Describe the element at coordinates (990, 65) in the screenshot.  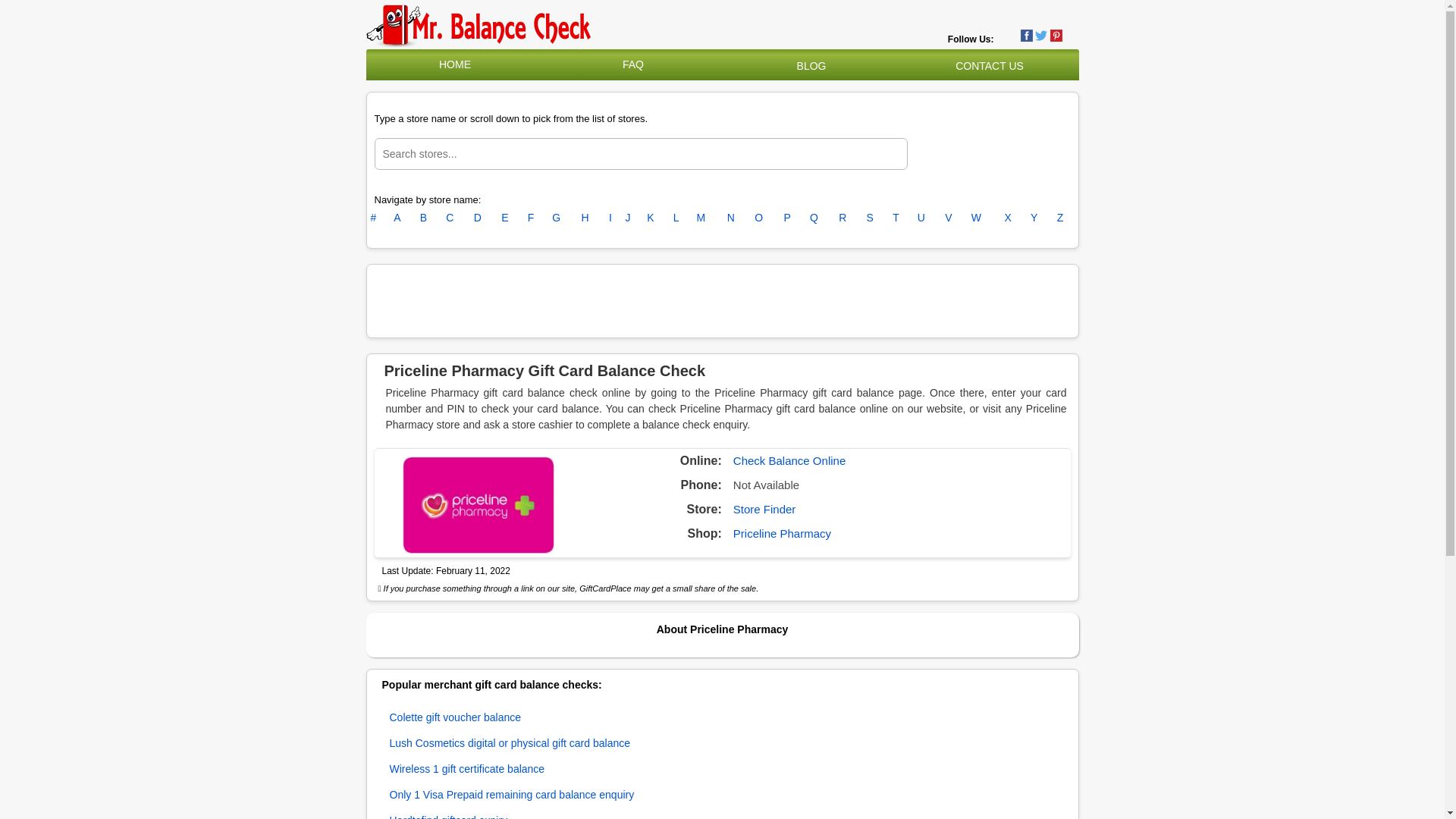
I see `'CONTACT US'` at that location.